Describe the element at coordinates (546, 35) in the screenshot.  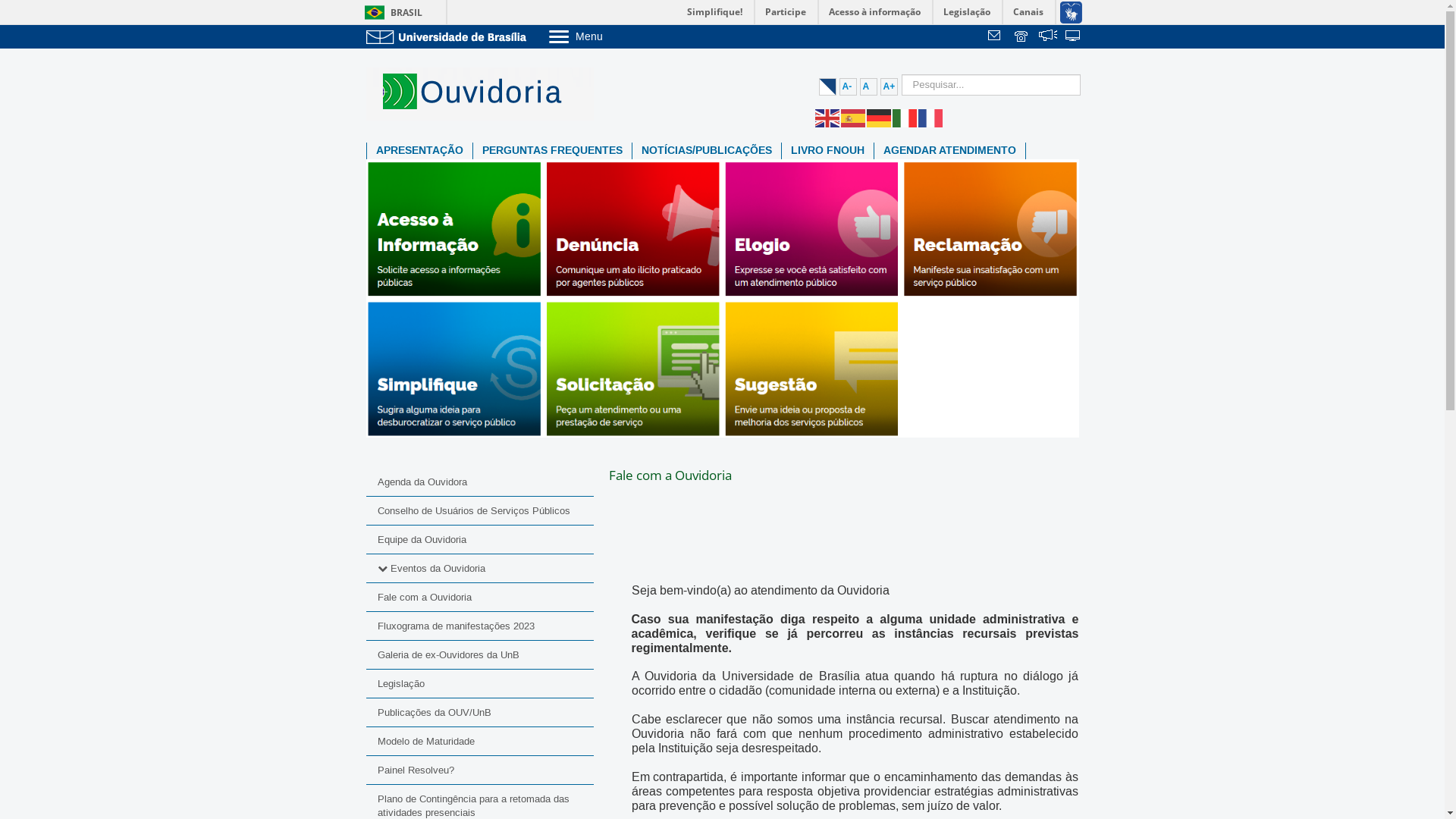
I see `'Menu'` at that location.